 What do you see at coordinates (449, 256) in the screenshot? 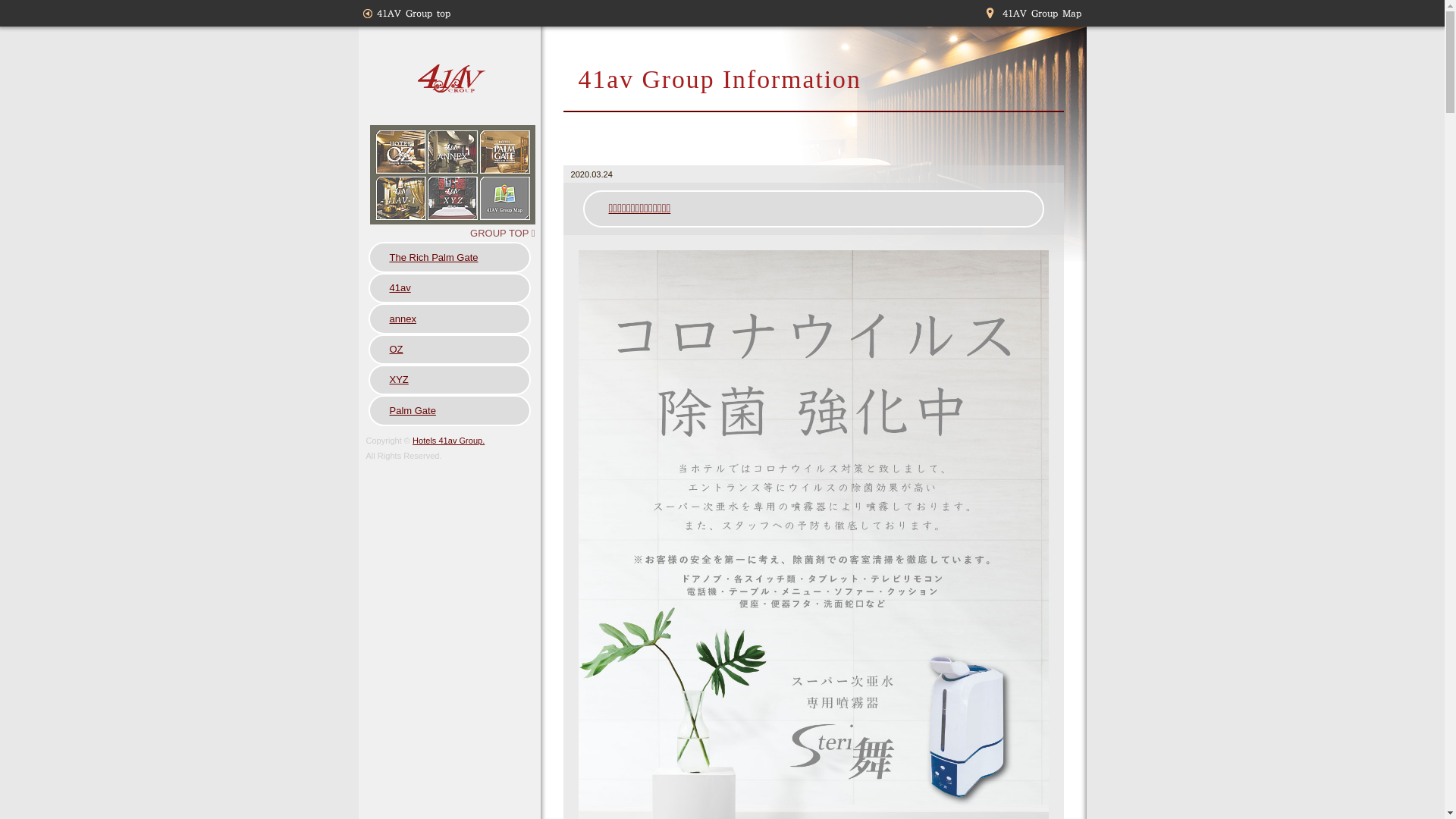
I see `'The Rich Palm Gate'` at bounding box center [449, 256].